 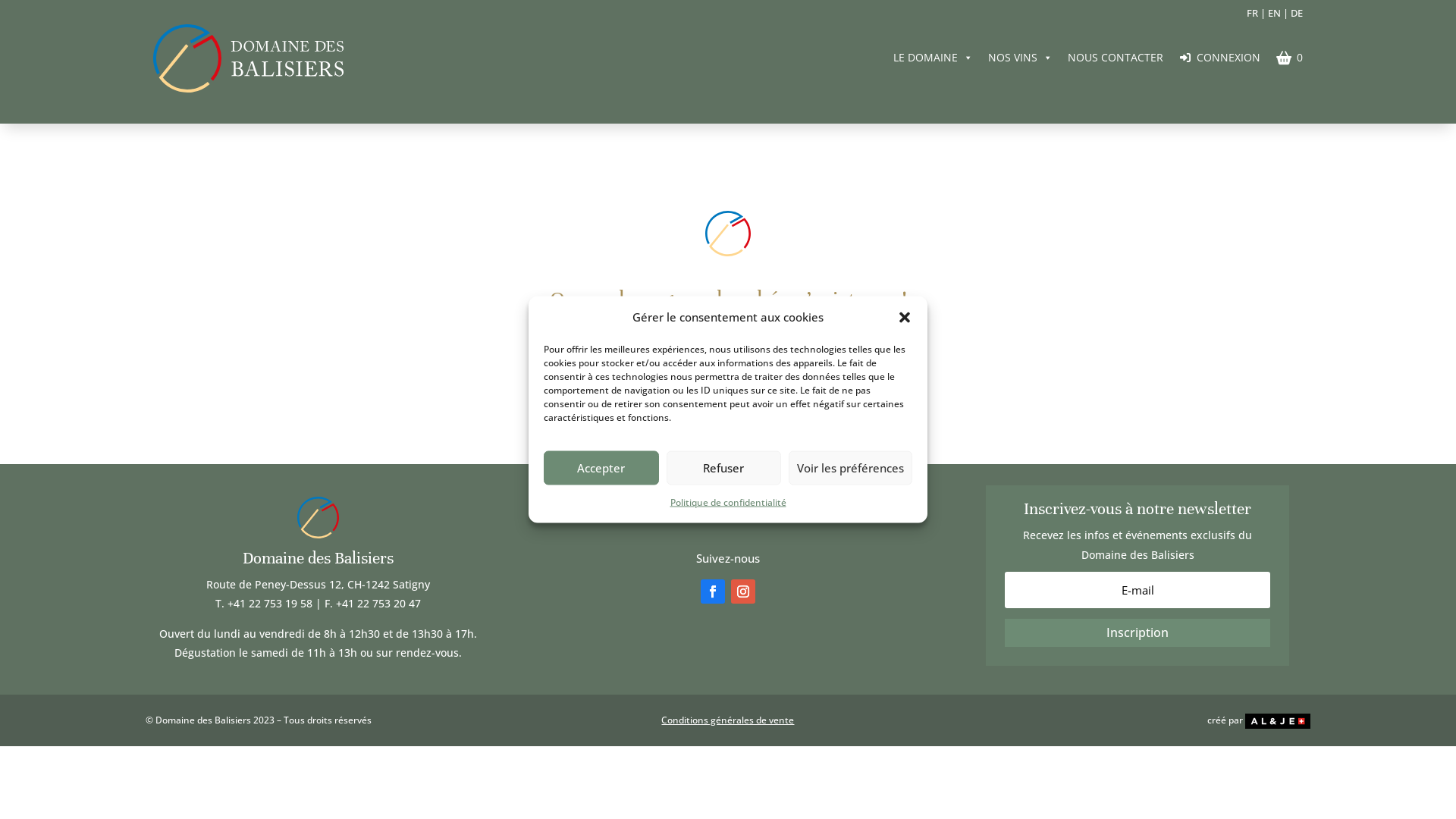 What do you see at coordinates (1295, 12) in the screenshot?
I see `'DE'` at bounding box center [1295, 12].